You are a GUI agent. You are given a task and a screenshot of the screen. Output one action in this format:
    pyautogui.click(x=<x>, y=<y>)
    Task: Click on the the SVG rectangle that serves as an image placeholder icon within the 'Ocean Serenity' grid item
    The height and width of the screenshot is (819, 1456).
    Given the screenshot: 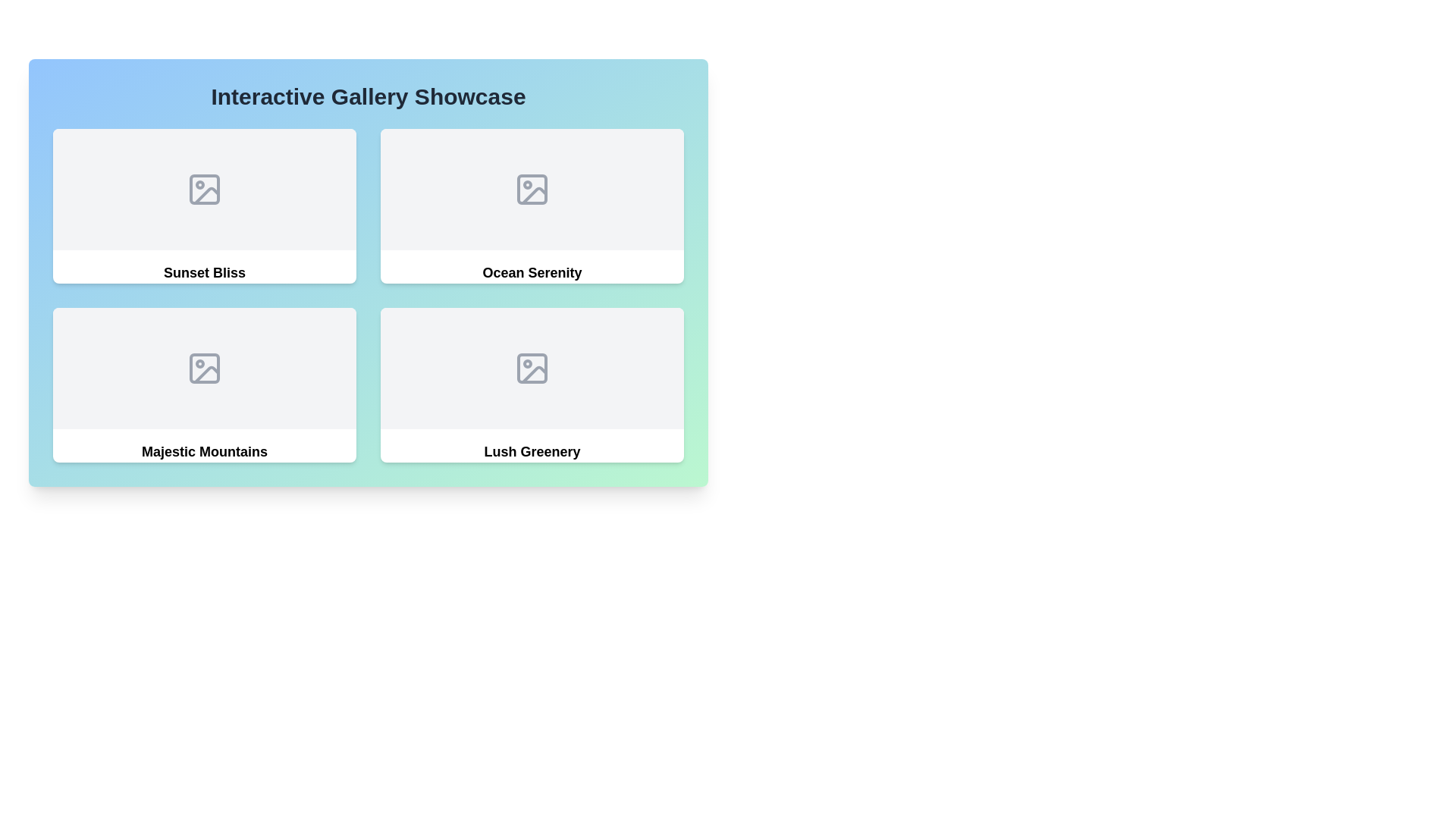 What is the action you would take?
    pyautogui.click(x=532, y=189)
    